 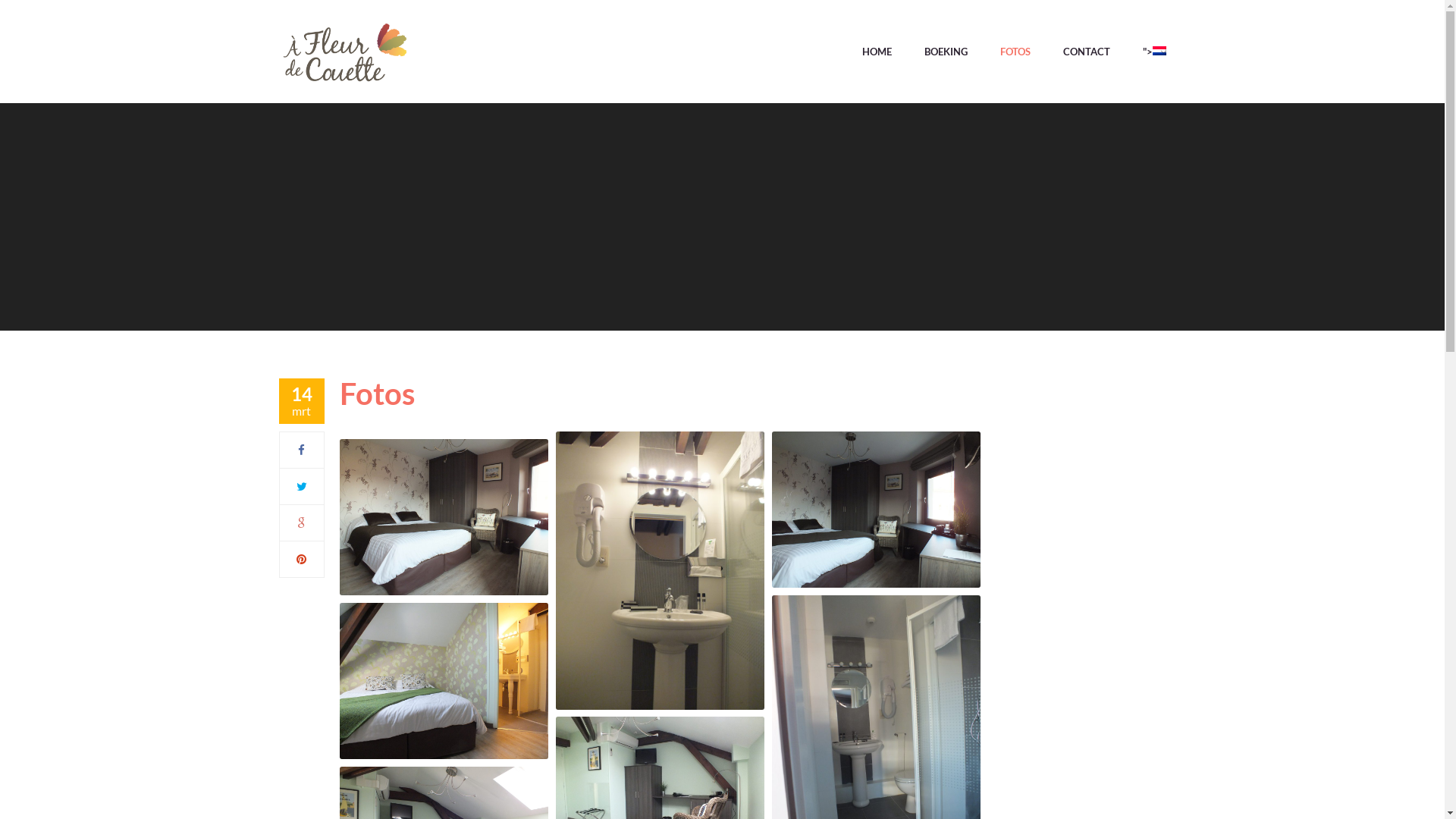 What do you see at coordinates (876, 55) in the screenshot?
I see `'HOME'` at bounding box center [876, 55].